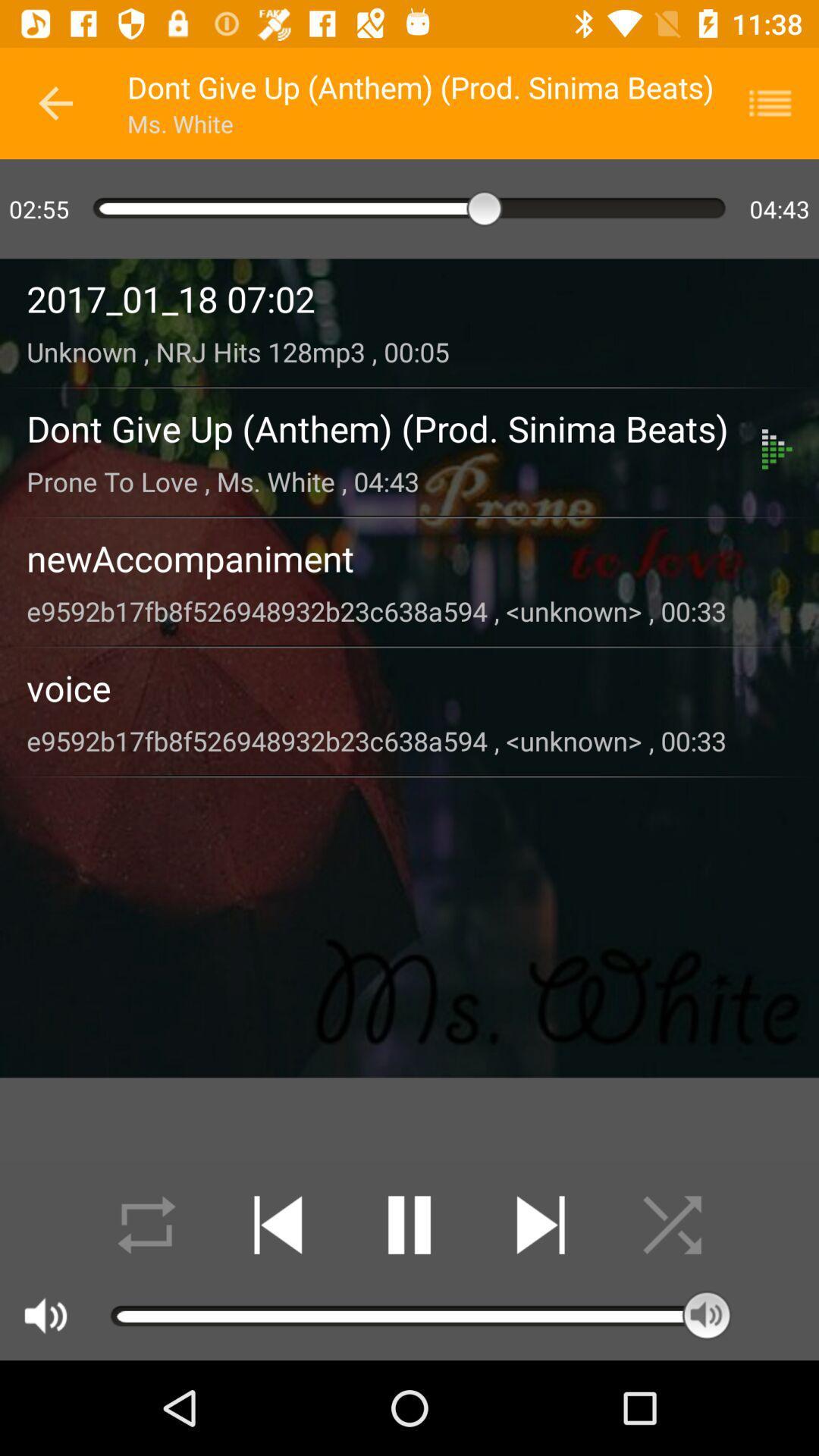 Image resolution: width=819 pixels, height=1456 pixels. I want to click on shuffle, so click(671, 1225).